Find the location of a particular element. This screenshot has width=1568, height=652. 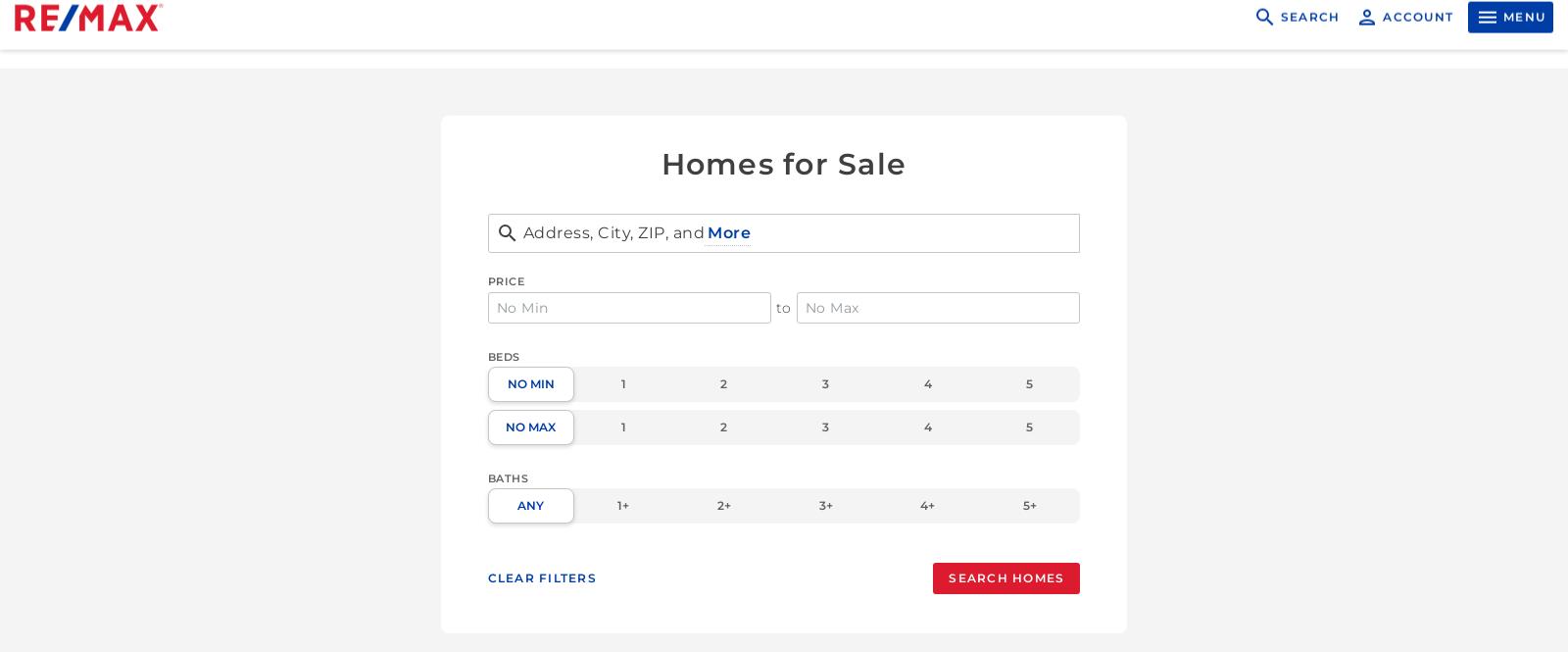

'Menu' is located at coordinates (1524, 35).